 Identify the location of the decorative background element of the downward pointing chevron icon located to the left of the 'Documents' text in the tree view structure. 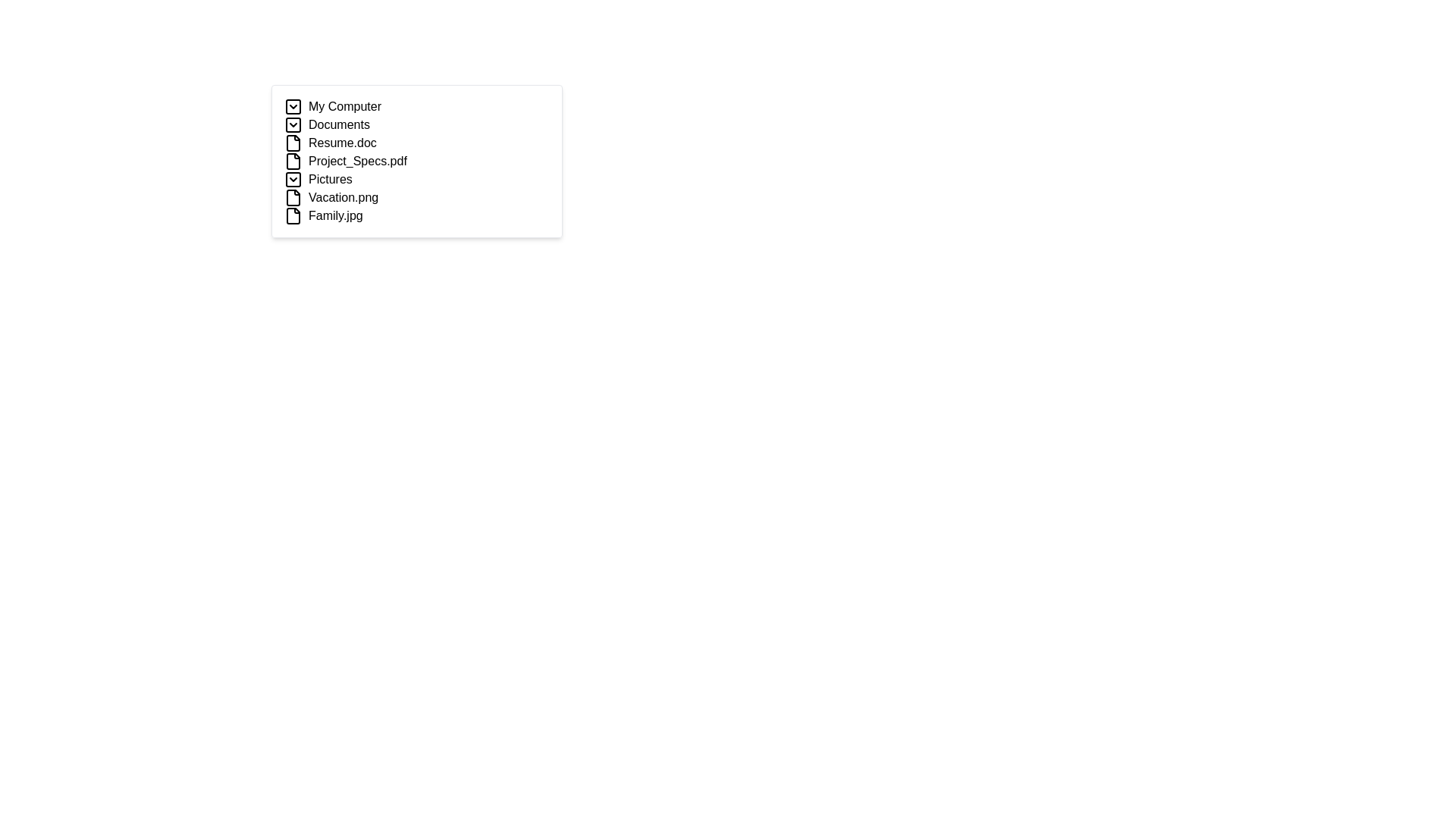
(293, 124).